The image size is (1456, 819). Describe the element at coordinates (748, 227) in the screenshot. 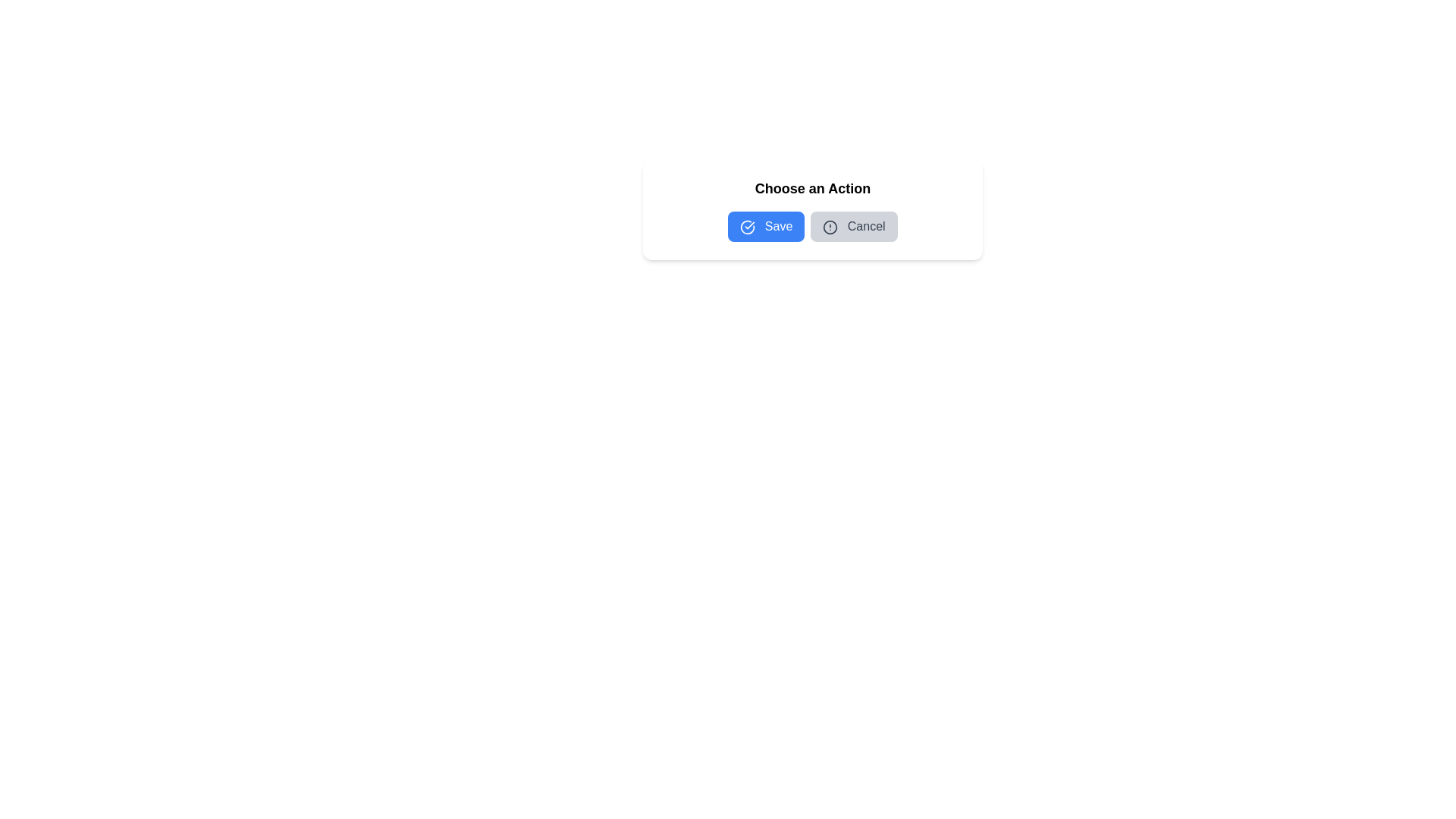

I see `the circular check mark icon located within the 'Save' button, which is the leftmost button of the button group in the dialog` at that location.